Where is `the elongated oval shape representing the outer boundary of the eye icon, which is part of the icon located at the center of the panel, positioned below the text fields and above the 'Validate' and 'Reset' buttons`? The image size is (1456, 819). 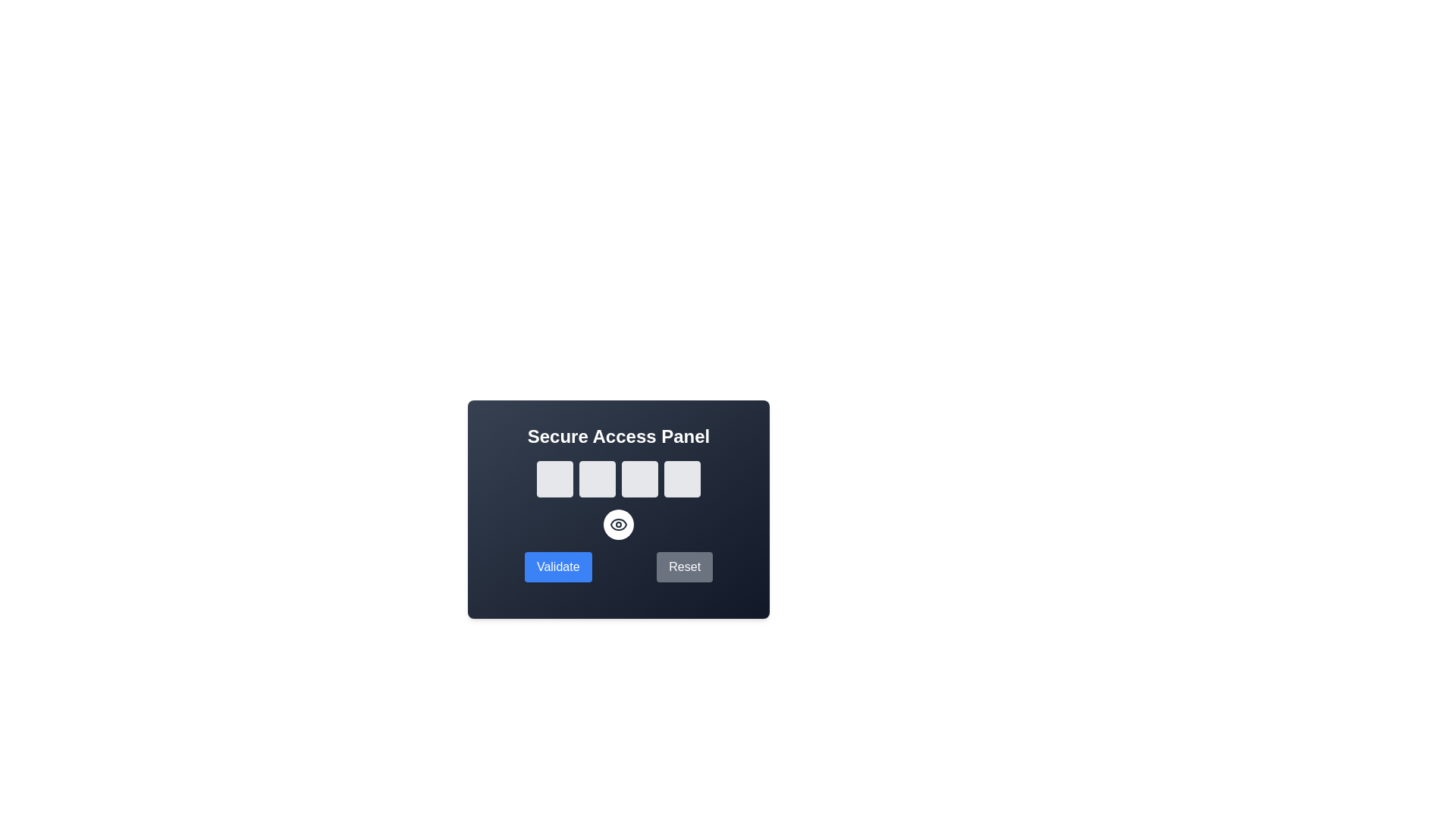
the elongated oval shape representing the outer boundary of the eye icon, which is part of the icon located at the center of the panel, positioned below the text fields and above the 'Validate' and 'Reset' buttons is located at coordinates (619, 523).